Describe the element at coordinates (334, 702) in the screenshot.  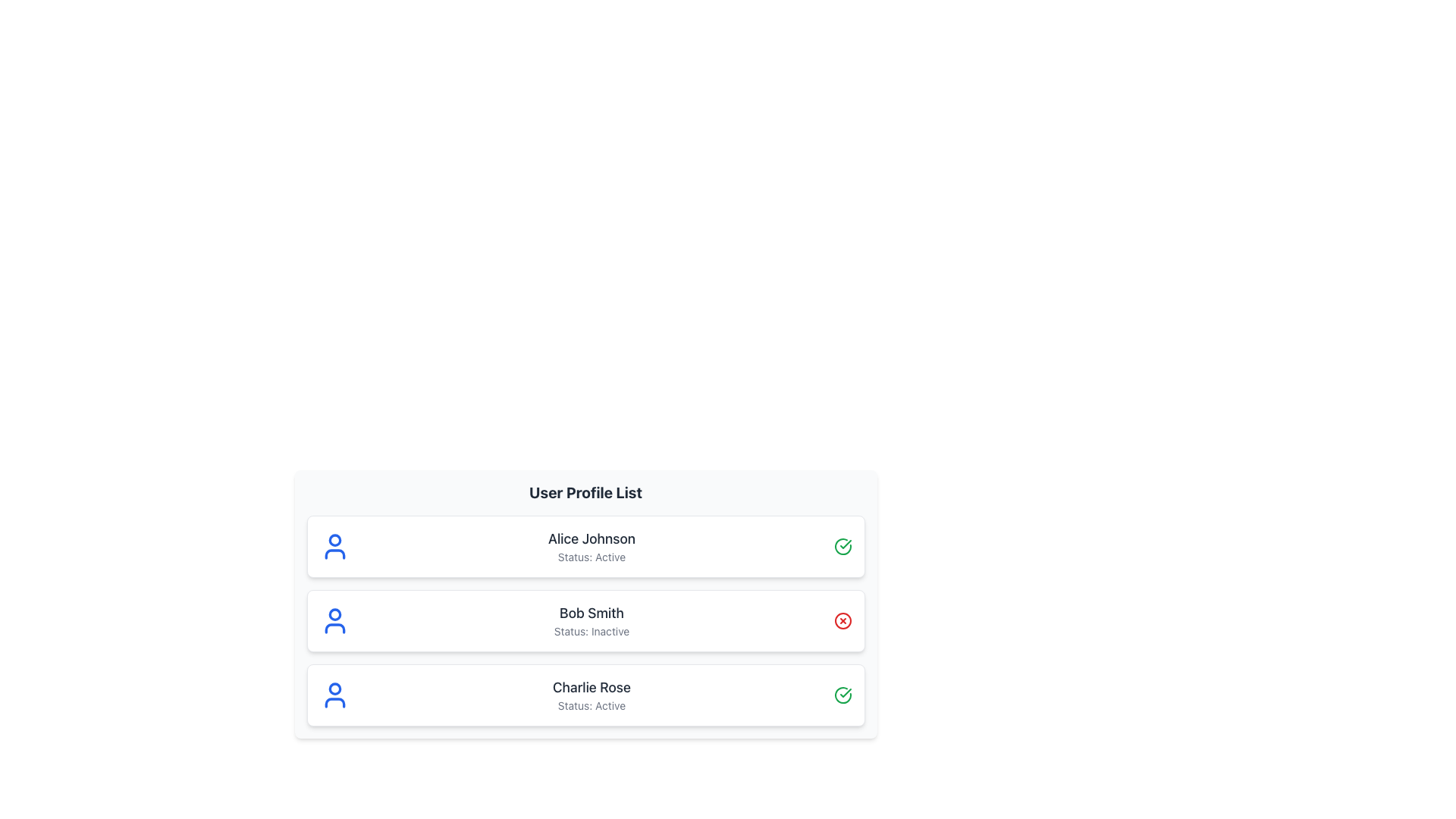
I see `the Icon graphic part of the SVG that visually indicates the user's profile for 'Charlie Rose' in the UI` at that location.